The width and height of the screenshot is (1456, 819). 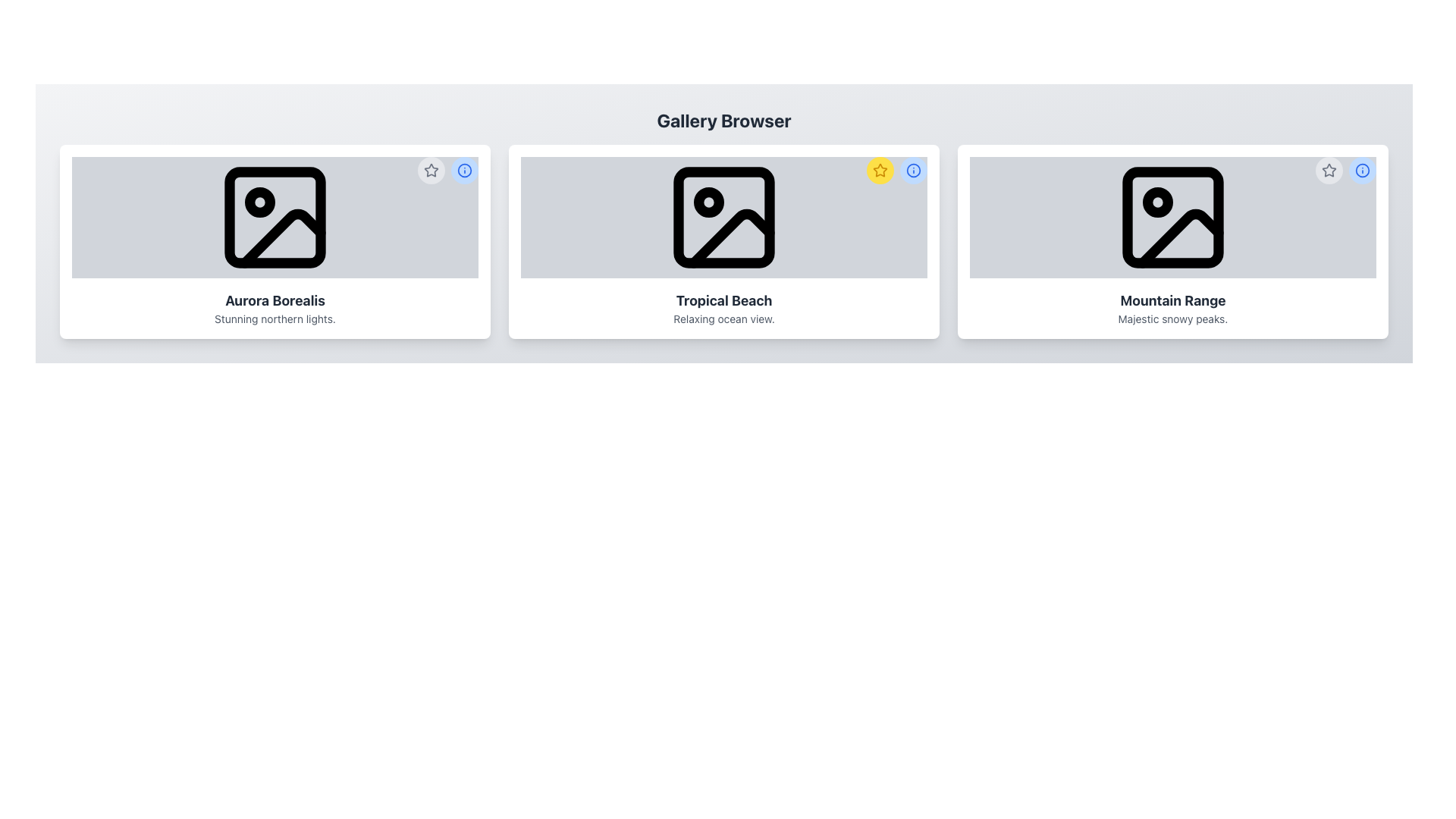 What do you see at coordinates (912, 170) in the screenshot?
I see `the blue circular icon with a white interior located in the toolbar of the second card labeled 'Tropical Beach', which is positioned at the top right corner next to a yellow star icon` at bounding box center [912, 170].